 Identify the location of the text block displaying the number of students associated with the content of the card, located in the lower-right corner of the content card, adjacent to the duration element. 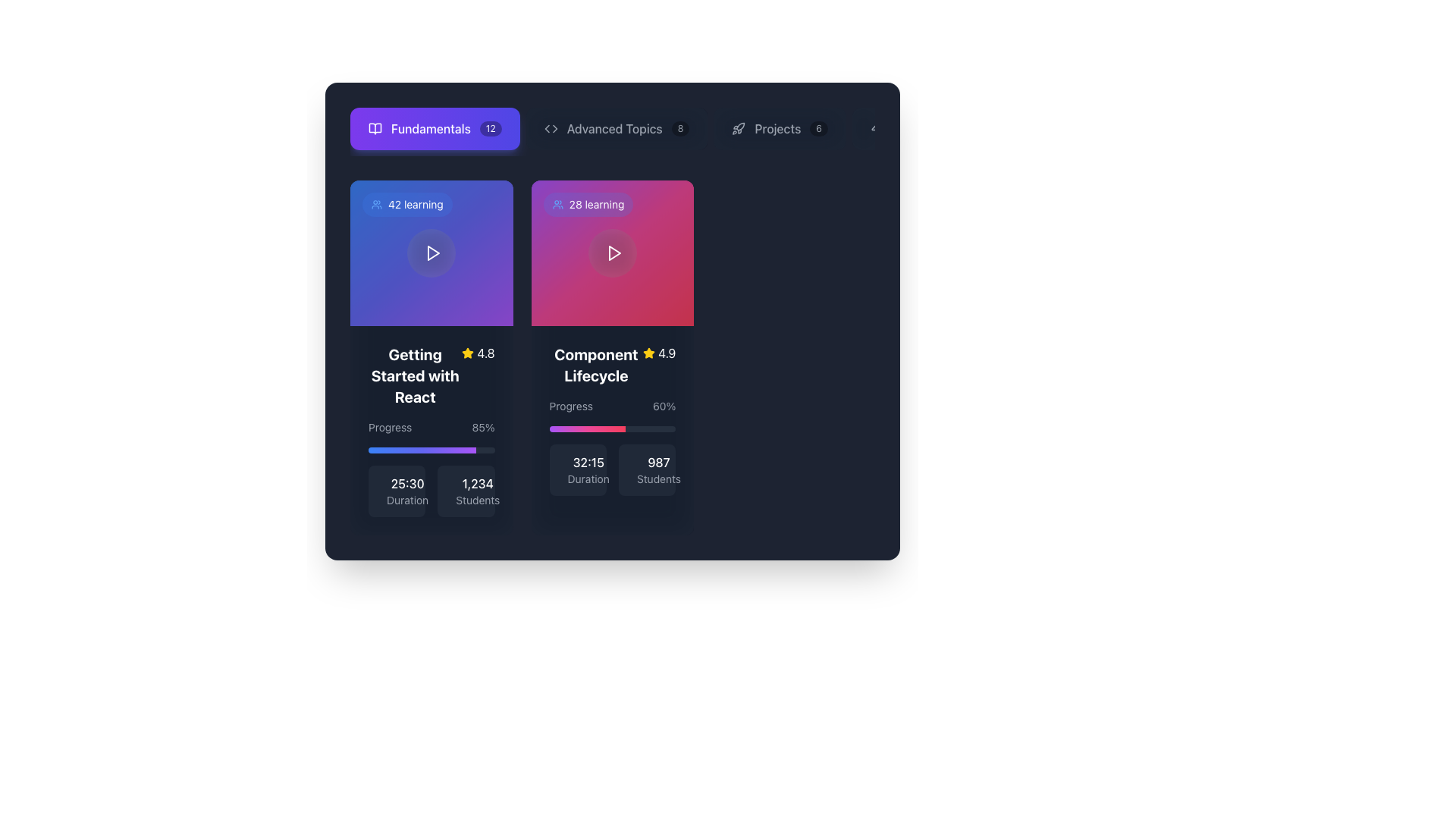
(477, 491).